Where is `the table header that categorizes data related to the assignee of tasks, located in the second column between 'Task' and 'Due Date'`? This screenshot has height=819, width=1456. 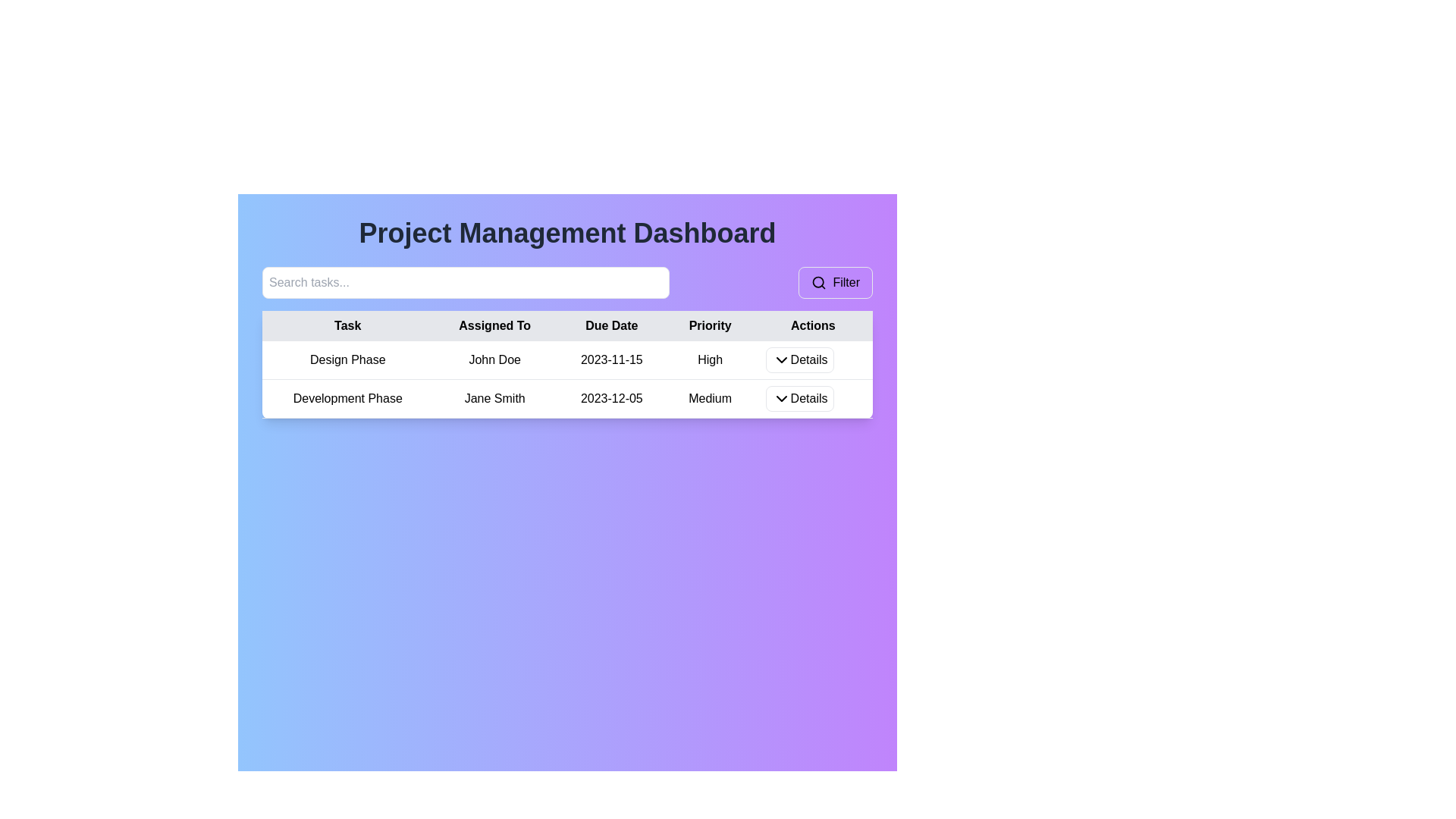
the table header that categorizes data related to the assignee of tasks, located in the second column between 'Task' and 'Due Date' is located at coordinates (494, 325).